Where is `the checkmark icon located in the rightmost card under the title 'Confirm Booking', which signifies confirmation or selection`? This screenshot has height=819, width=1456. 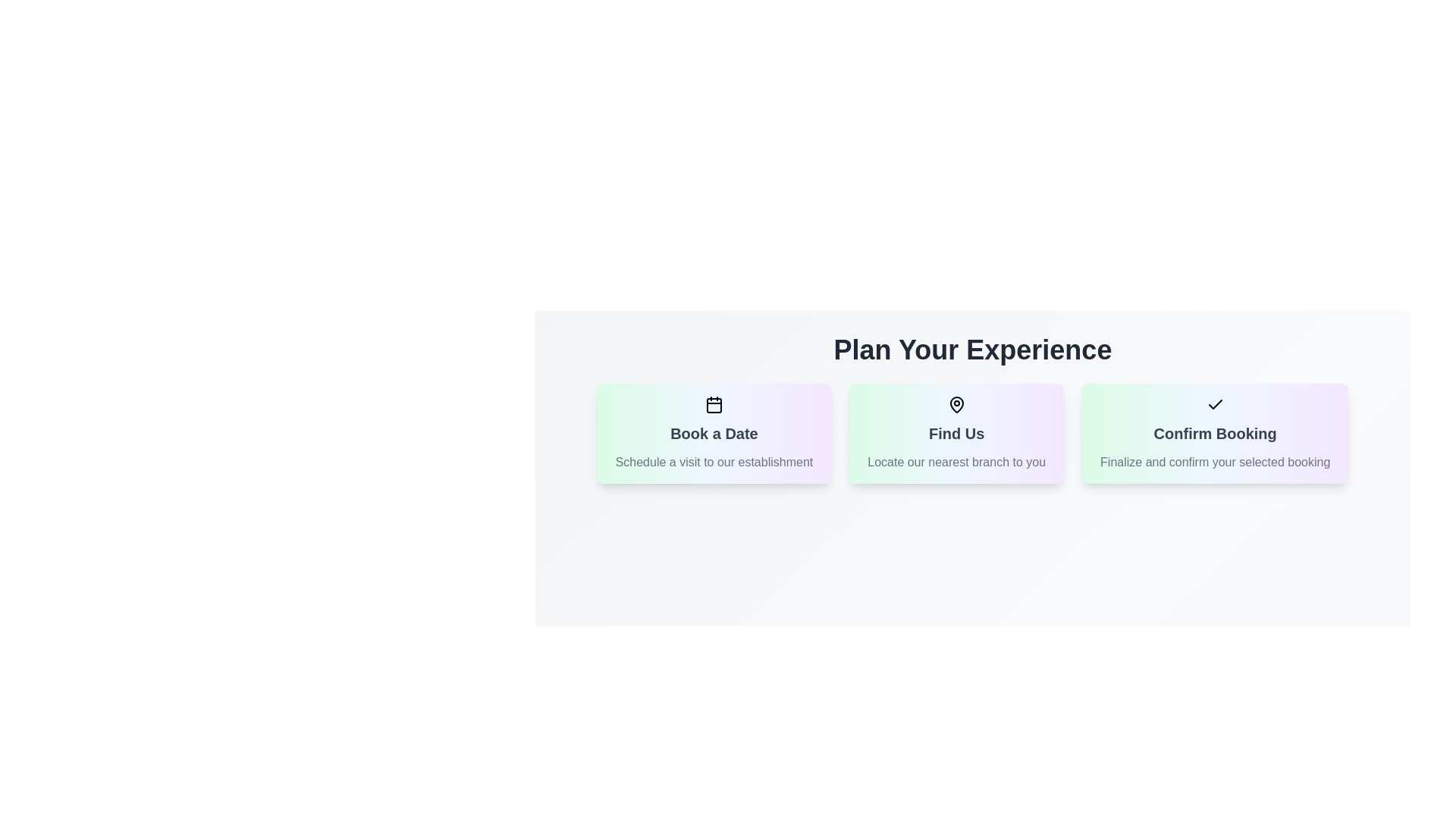
the checkmark icon located in the rightmost card under the title 'Confirm Booking', which signifies confirmation or selection is located at coordinates (1215, 403).